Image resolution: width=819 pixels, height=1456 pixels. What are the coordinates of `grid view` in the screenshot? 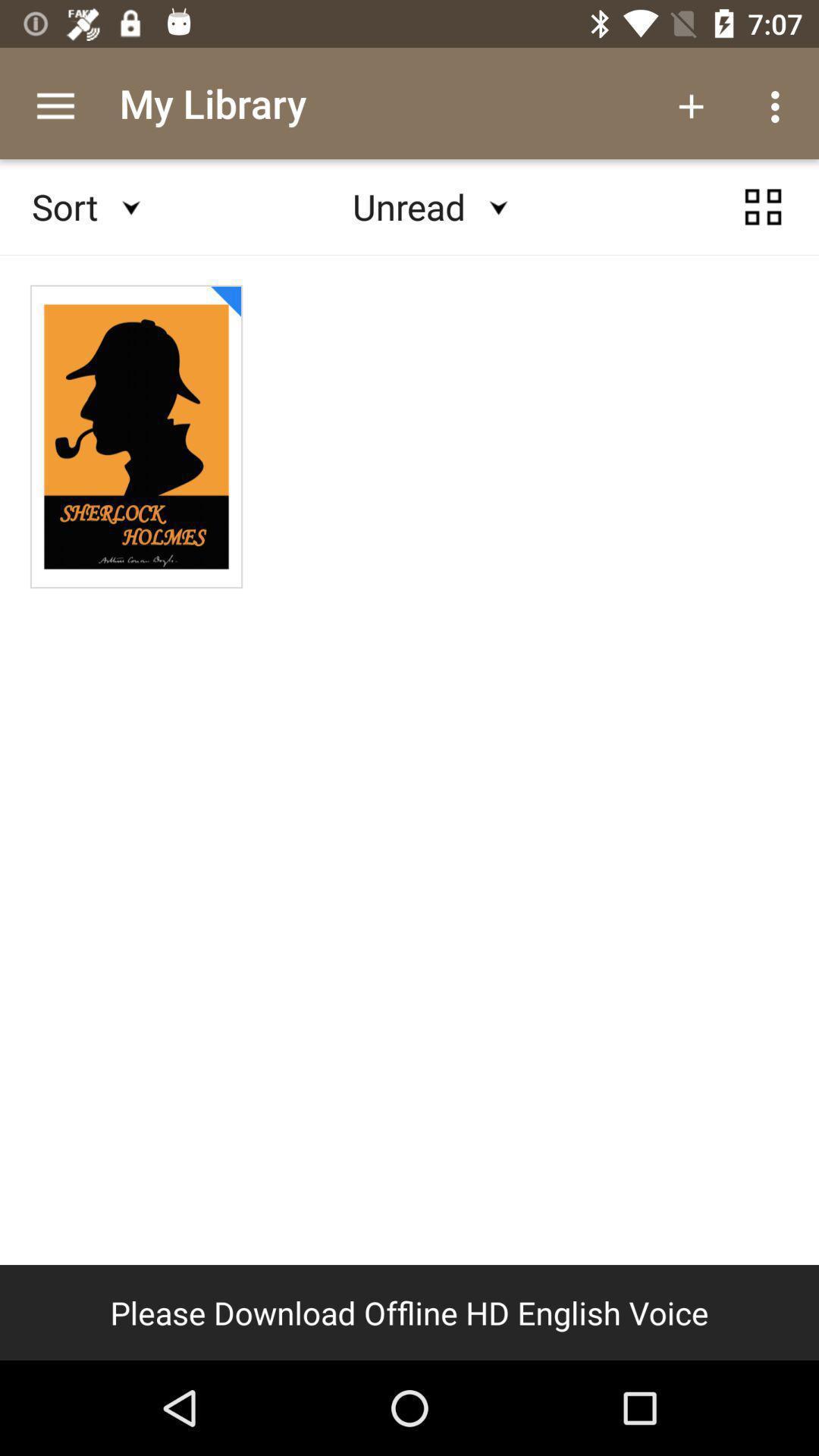 It's located at (763, 206).